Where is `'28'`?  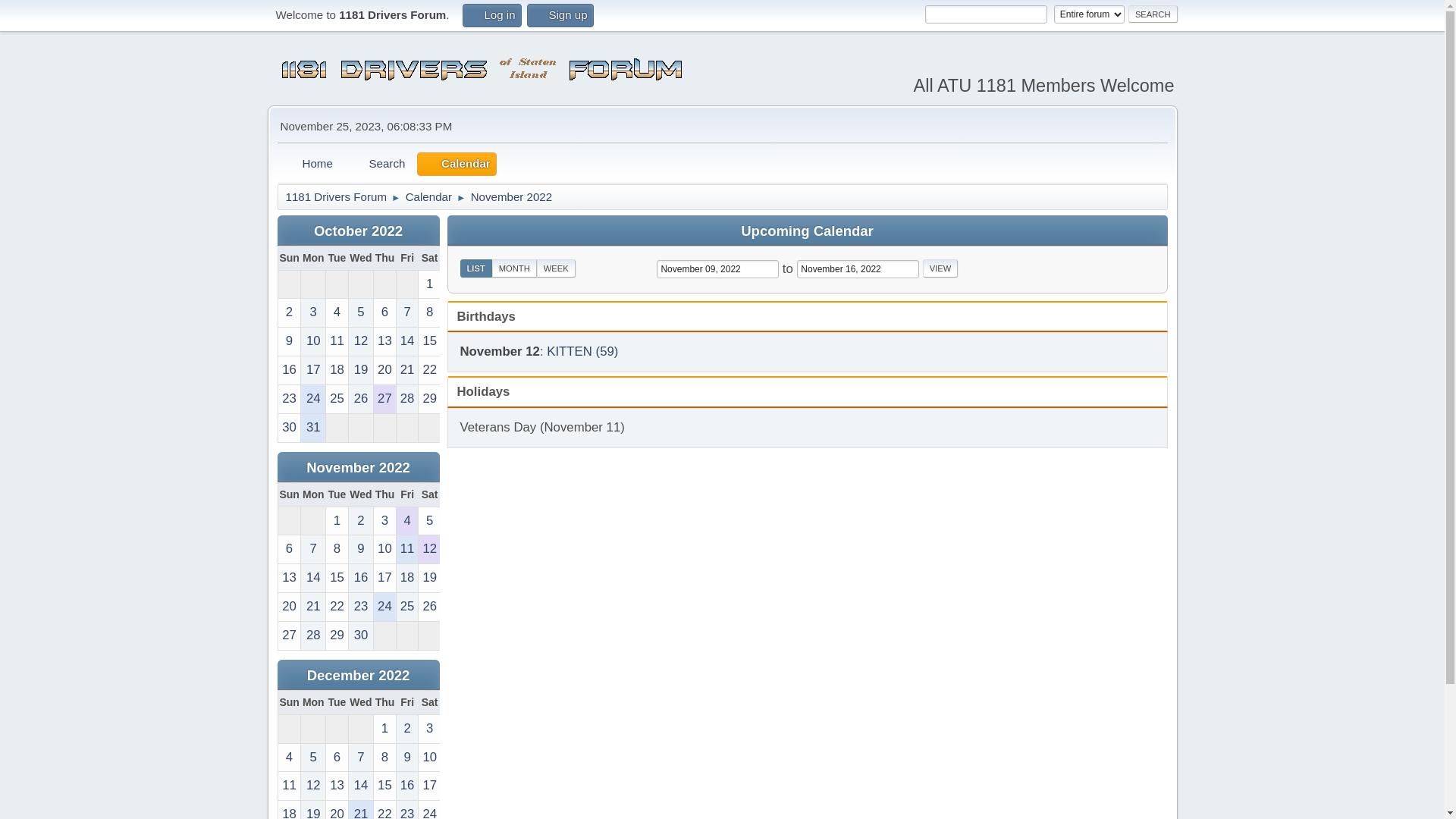 '28' is located at coordinates (397, 398).